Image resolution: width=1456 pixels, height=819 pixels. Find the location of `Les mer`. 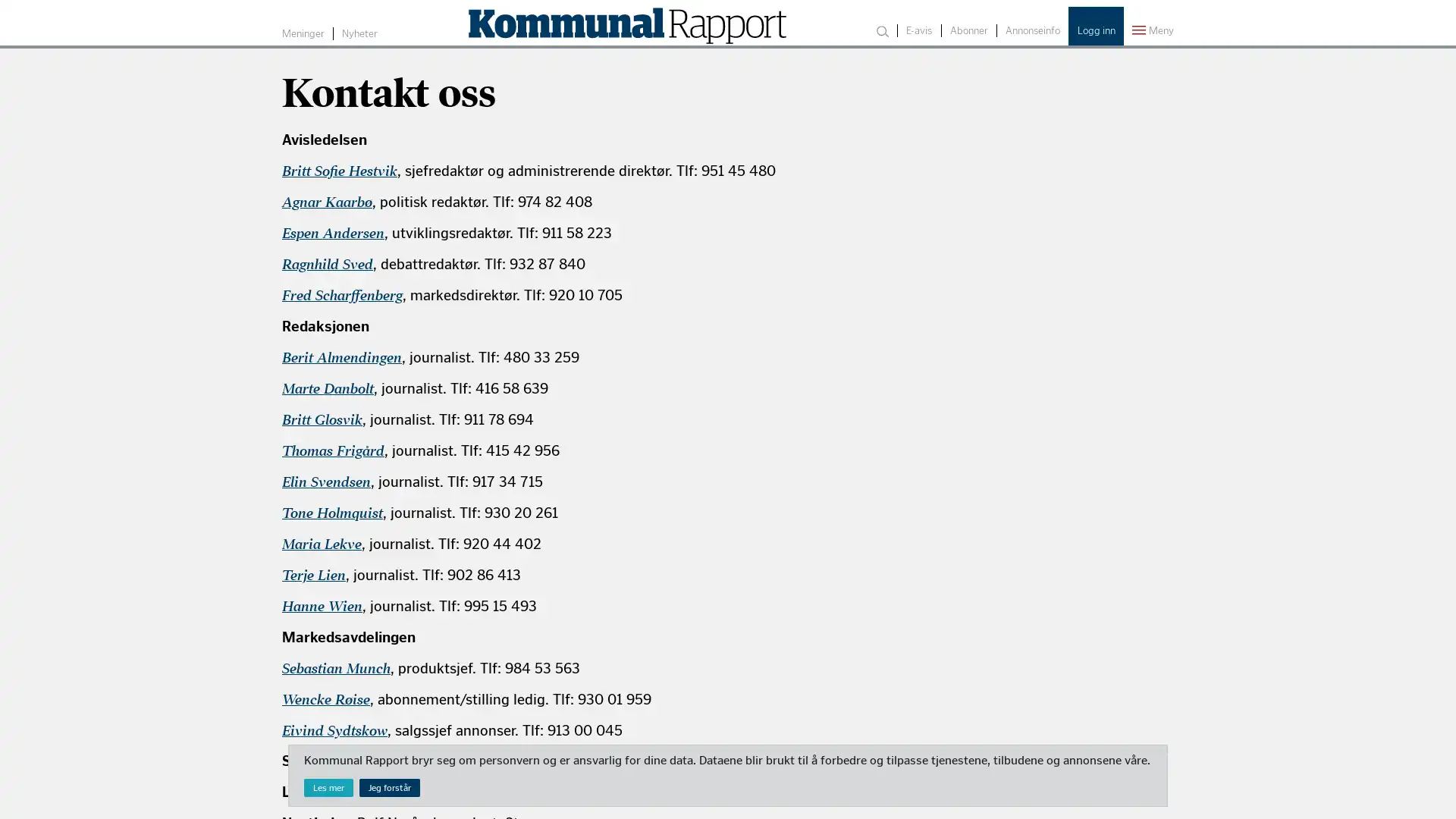

Les mer is located at coordinates (328, 786).